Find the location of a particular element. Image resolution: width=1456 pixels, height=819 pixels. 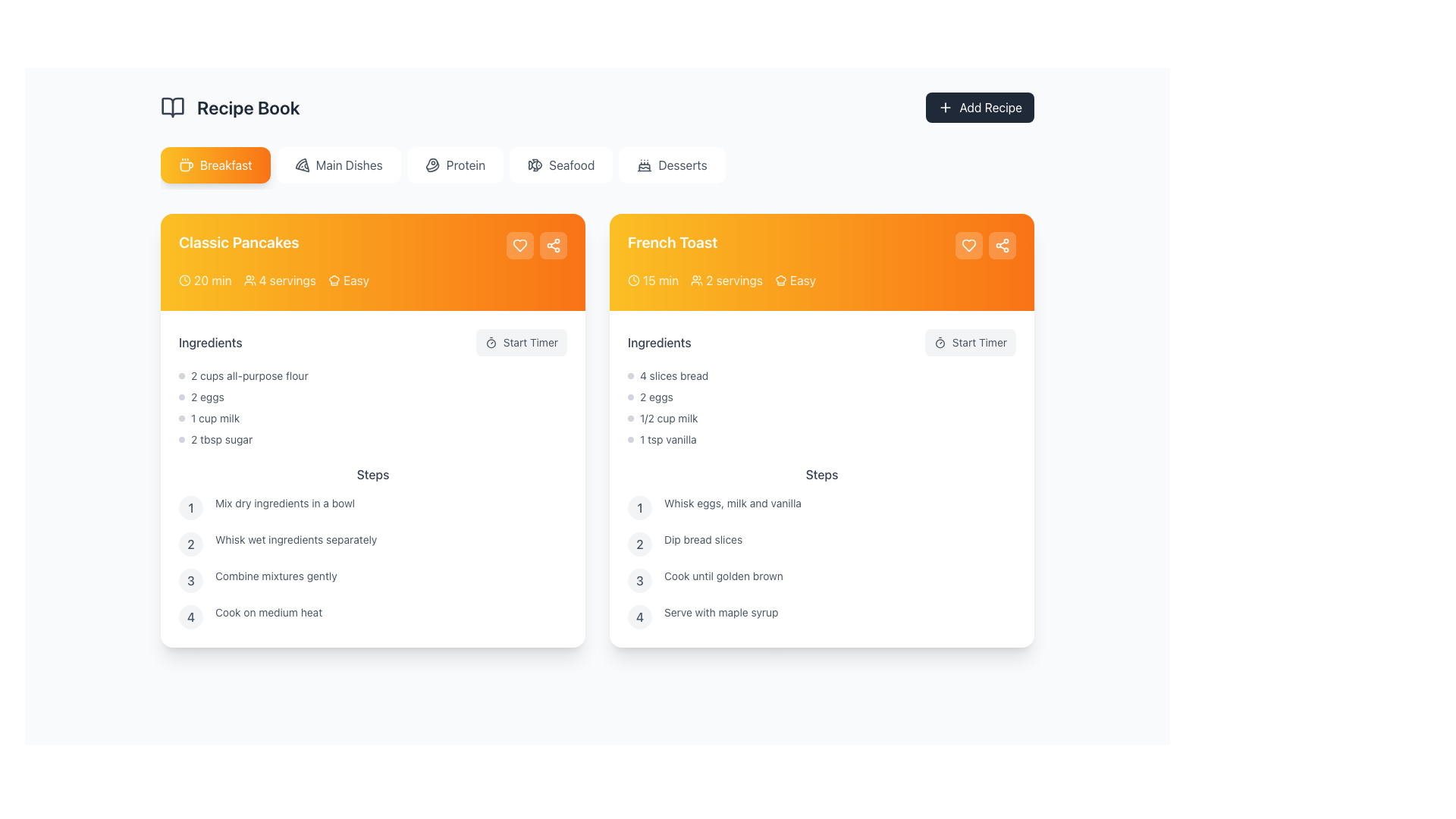

the ordinal marker badge indicating the second step of the recipe instructions in the 'Steps' section of the 'French Toast' recipe card, located to the left of the text 'Dip bread slices' is located at coordinates (640, 543).